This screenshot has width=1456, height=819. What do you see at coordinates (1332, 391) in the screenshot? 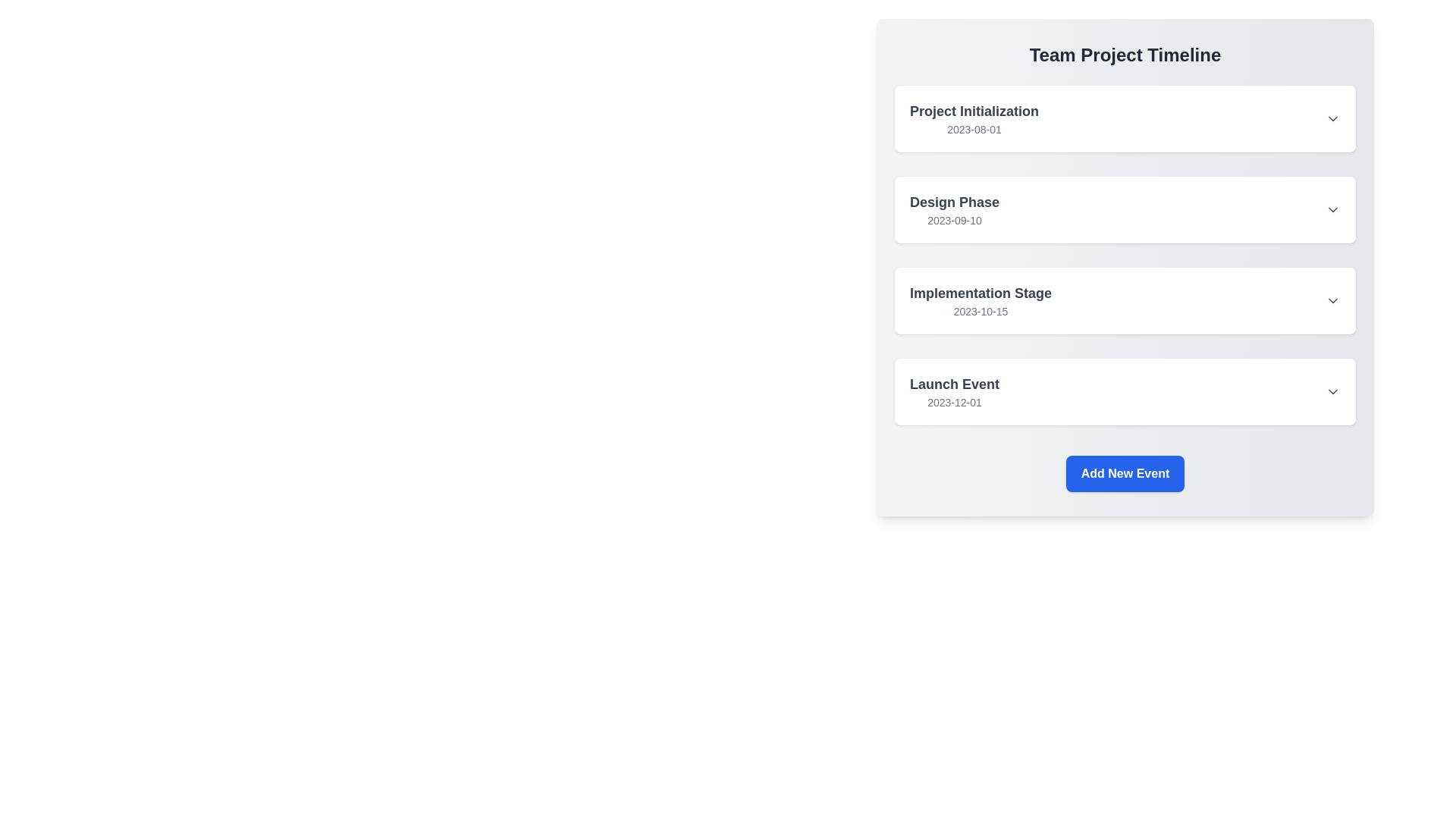
I see `the downward chevron icon in the 'Launch Event' section` at bounding box center [1332, 391].